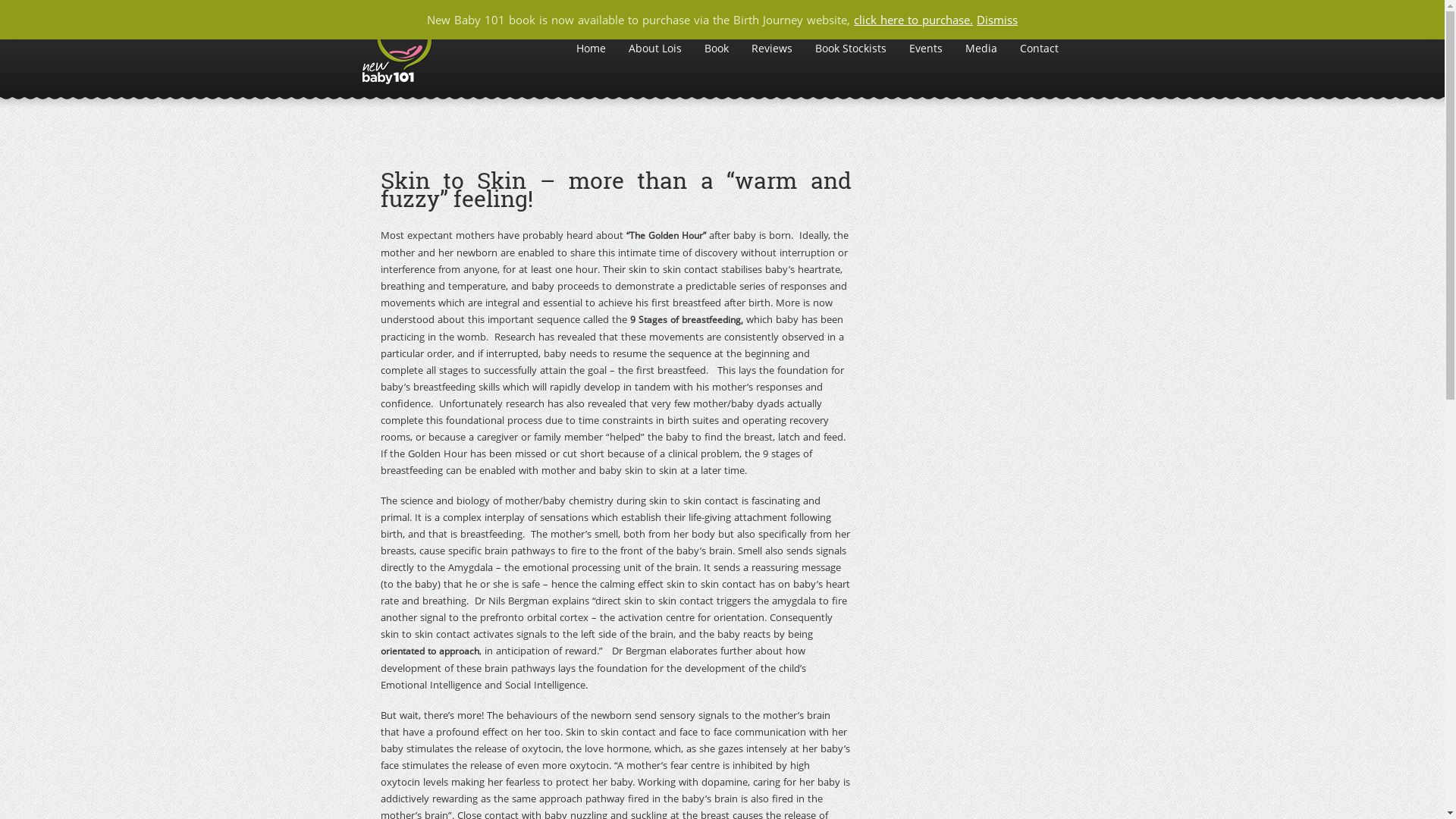  I want to click on 'Book Stockists', so click(850, 48).